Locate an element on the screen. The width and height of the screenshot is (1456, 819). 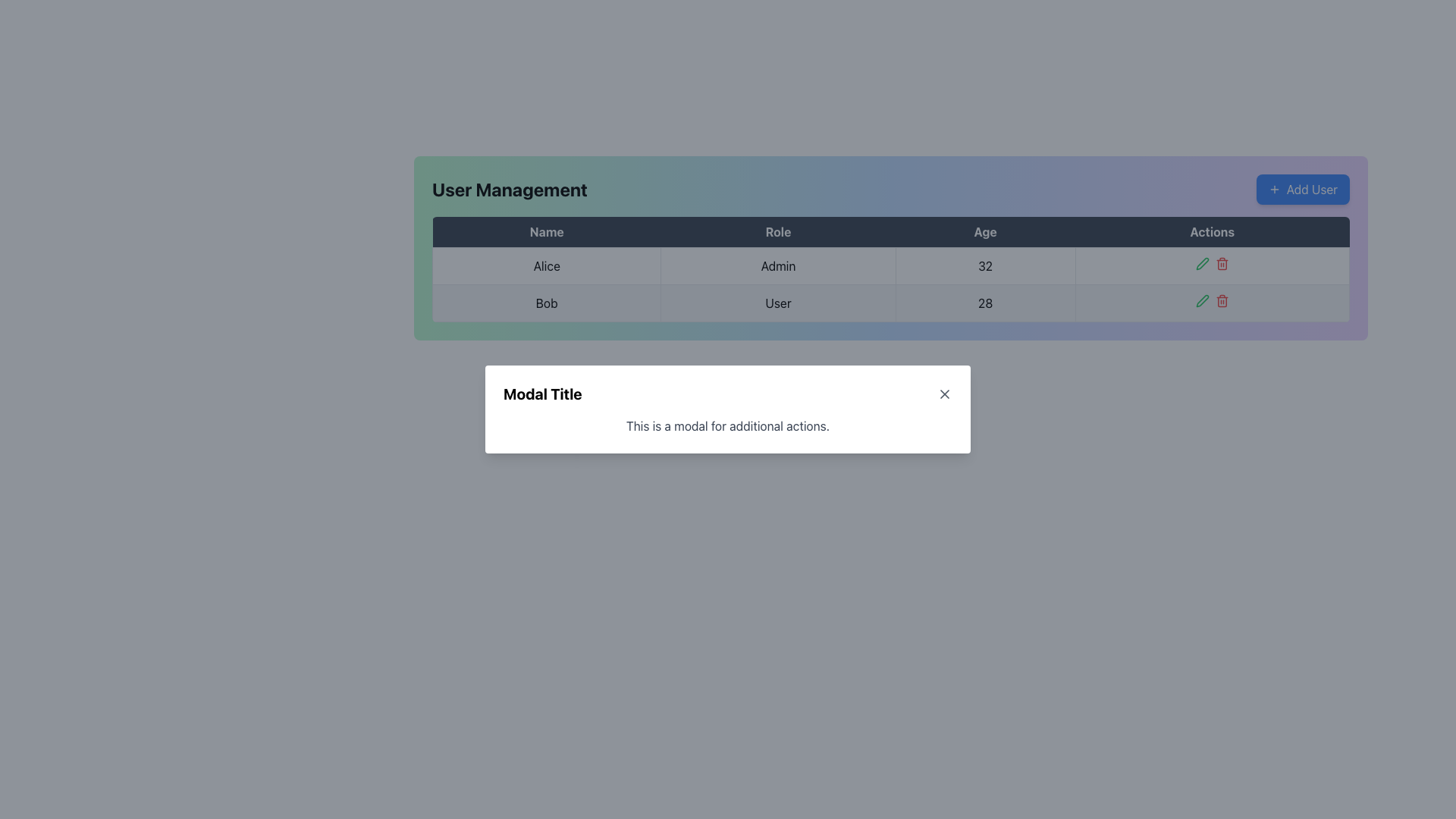
the 'Role' table header, which is the second column header in a table row, centered in a light color on a dark blue background is located at coordinates (778, 232).